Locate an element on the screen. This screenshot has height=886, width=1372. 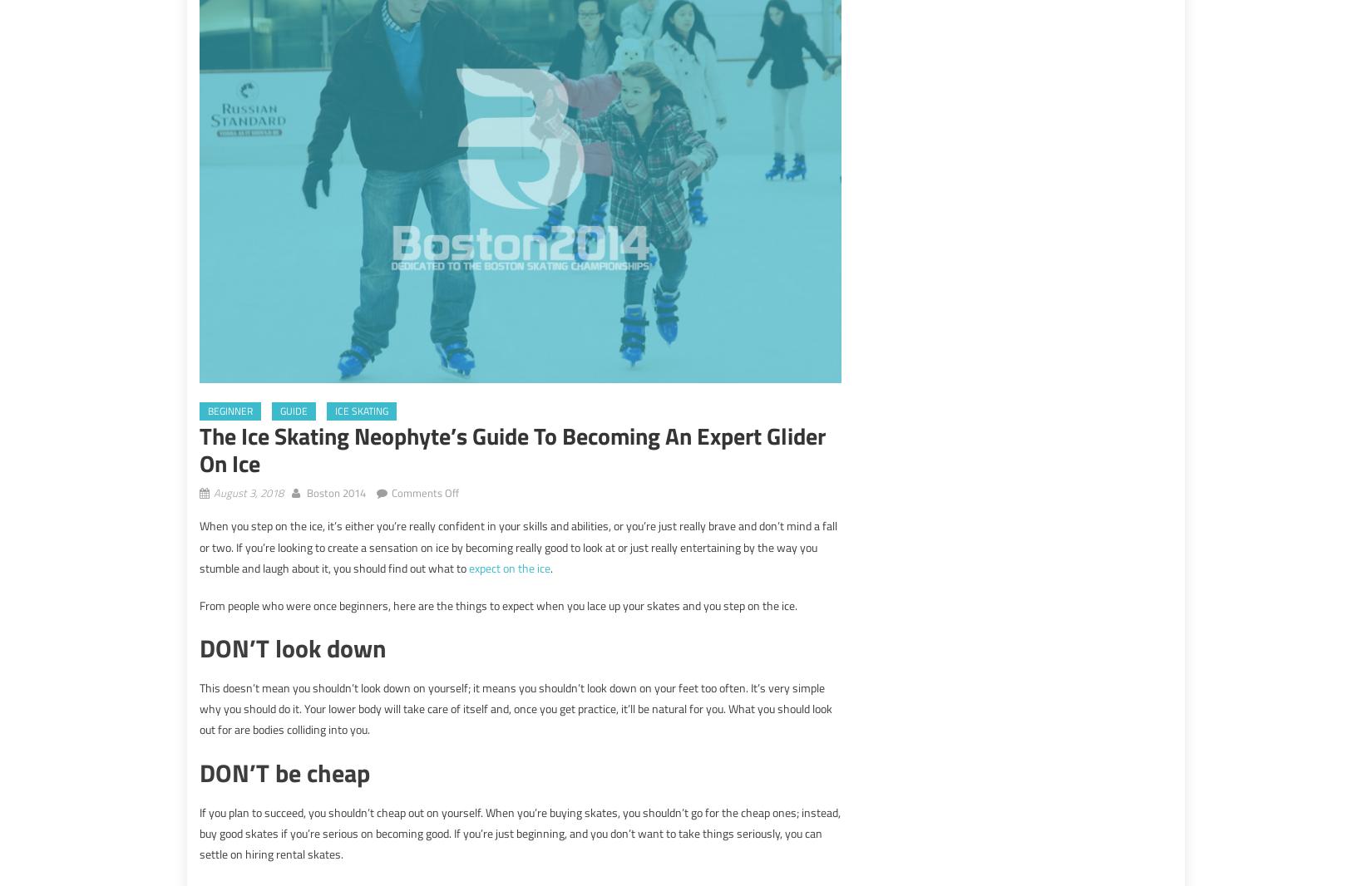
'ice skating' is located at coordinates (360, 411).